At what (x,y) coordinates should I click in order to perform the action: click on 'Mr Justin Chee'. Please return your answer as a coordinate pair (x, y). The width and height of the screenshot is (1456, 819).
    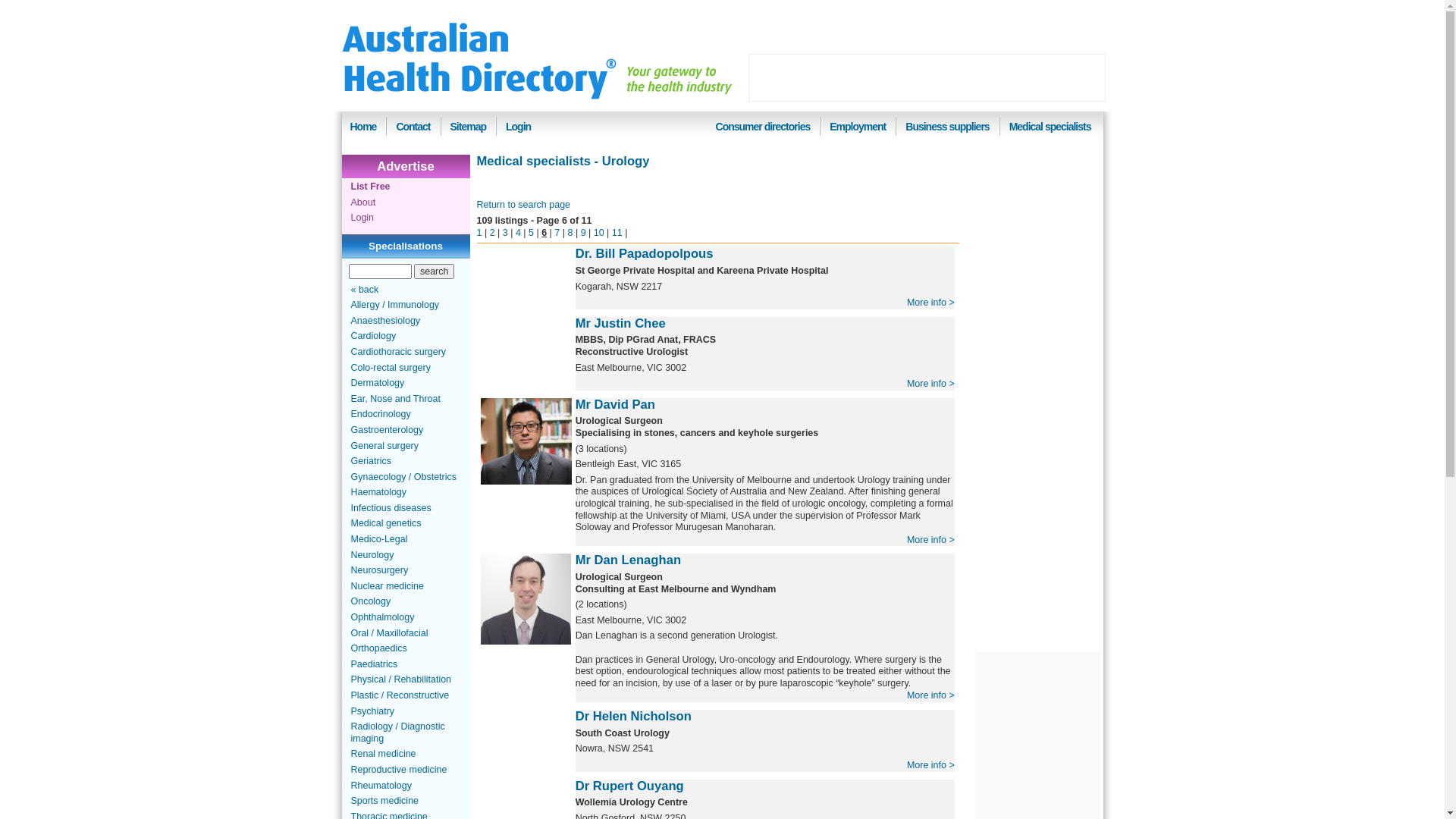
    Looking at the image, I should click on (620, 322).